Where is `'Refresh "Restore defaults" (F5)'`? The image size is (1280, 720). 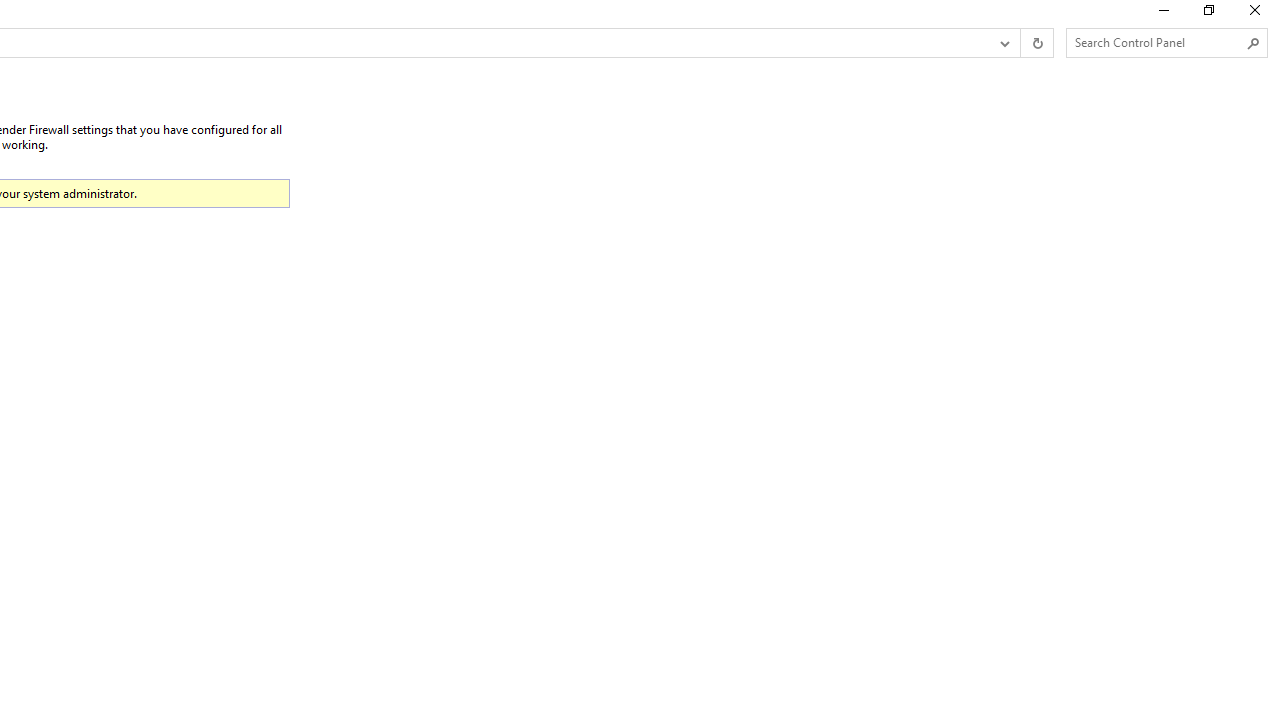 'Refresh "Restore defaults" (F5)' is located at coordinates (1036, 43).